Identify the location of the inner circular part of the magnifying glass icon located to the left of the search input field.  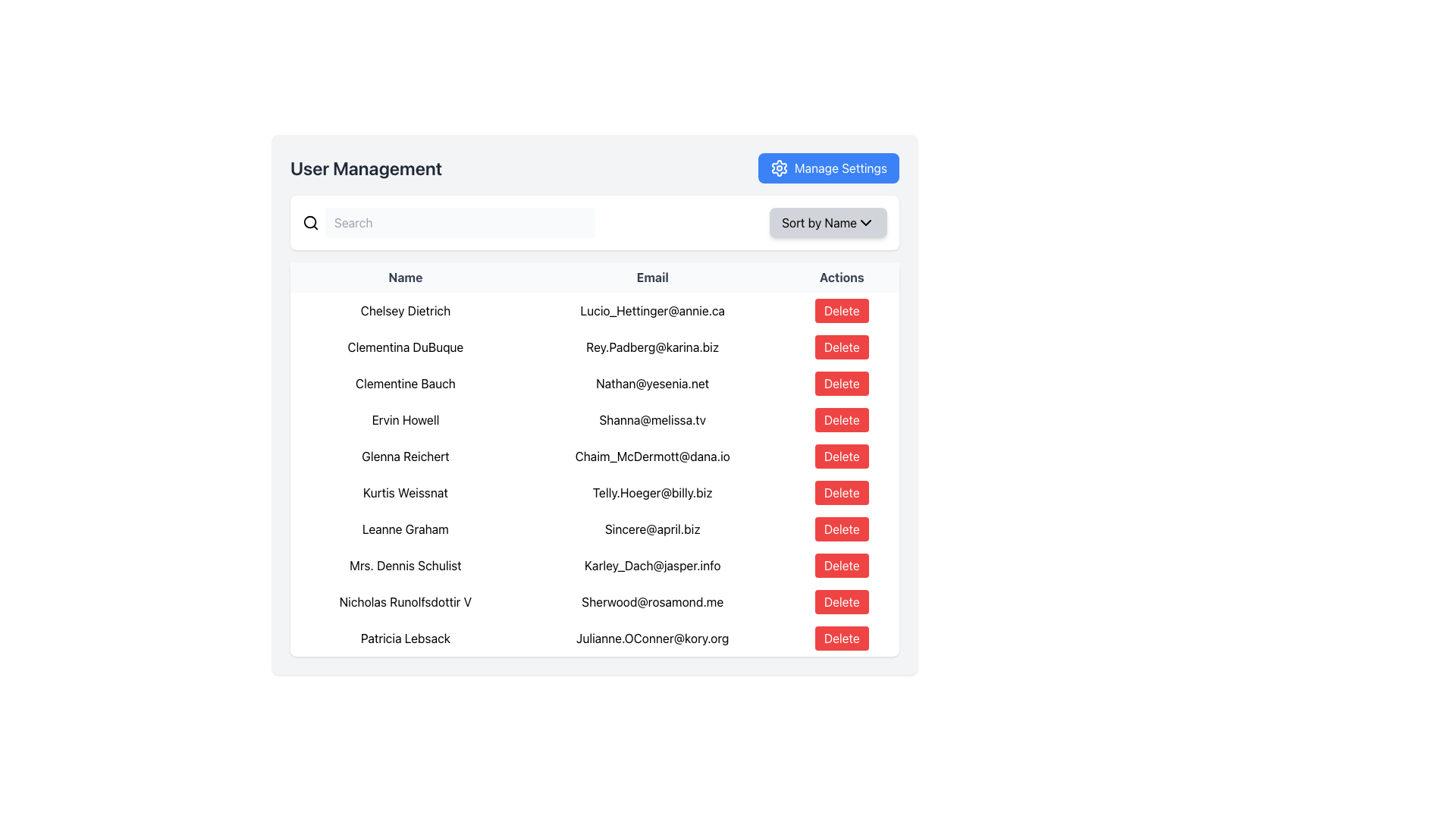
(309, 222).